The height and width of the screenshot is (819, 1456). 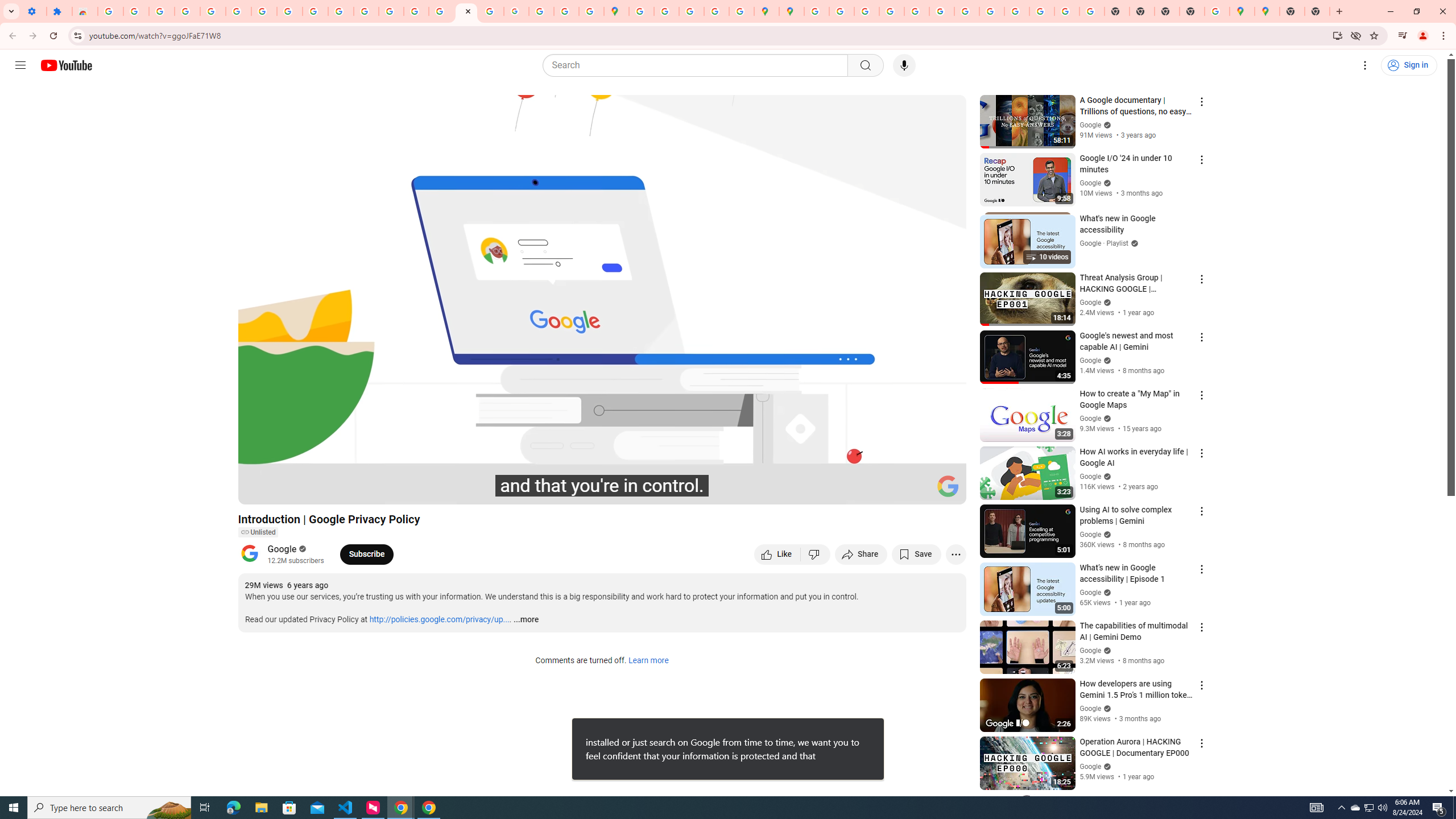 What do you see at coordinates (1201, 801) in the screenshot?
I see `'Action menu'` at bounding box center [1201, 801].